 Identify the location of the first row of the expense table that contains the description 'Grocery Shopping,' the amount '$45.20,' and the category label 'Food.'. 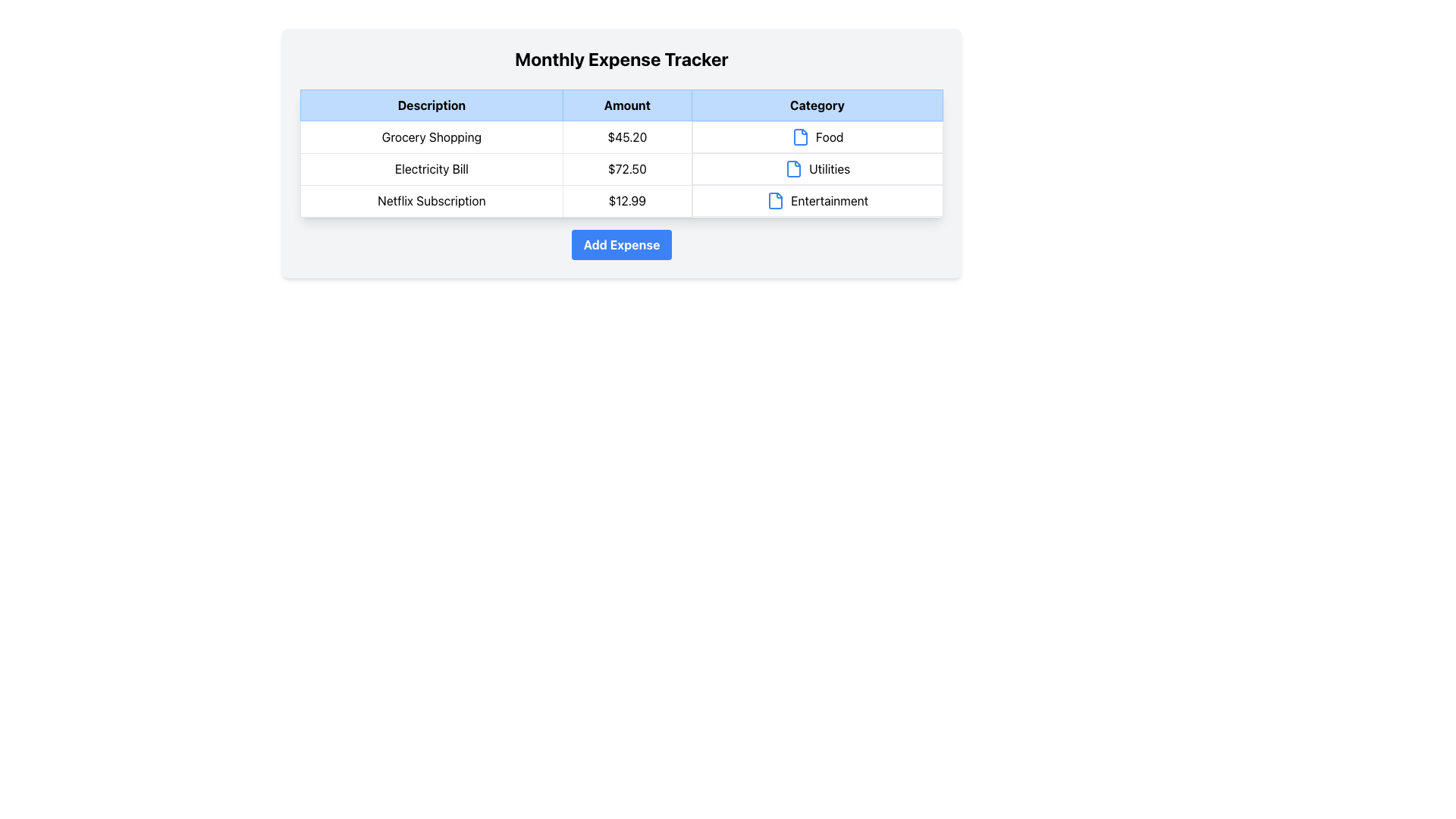
(622, 136).